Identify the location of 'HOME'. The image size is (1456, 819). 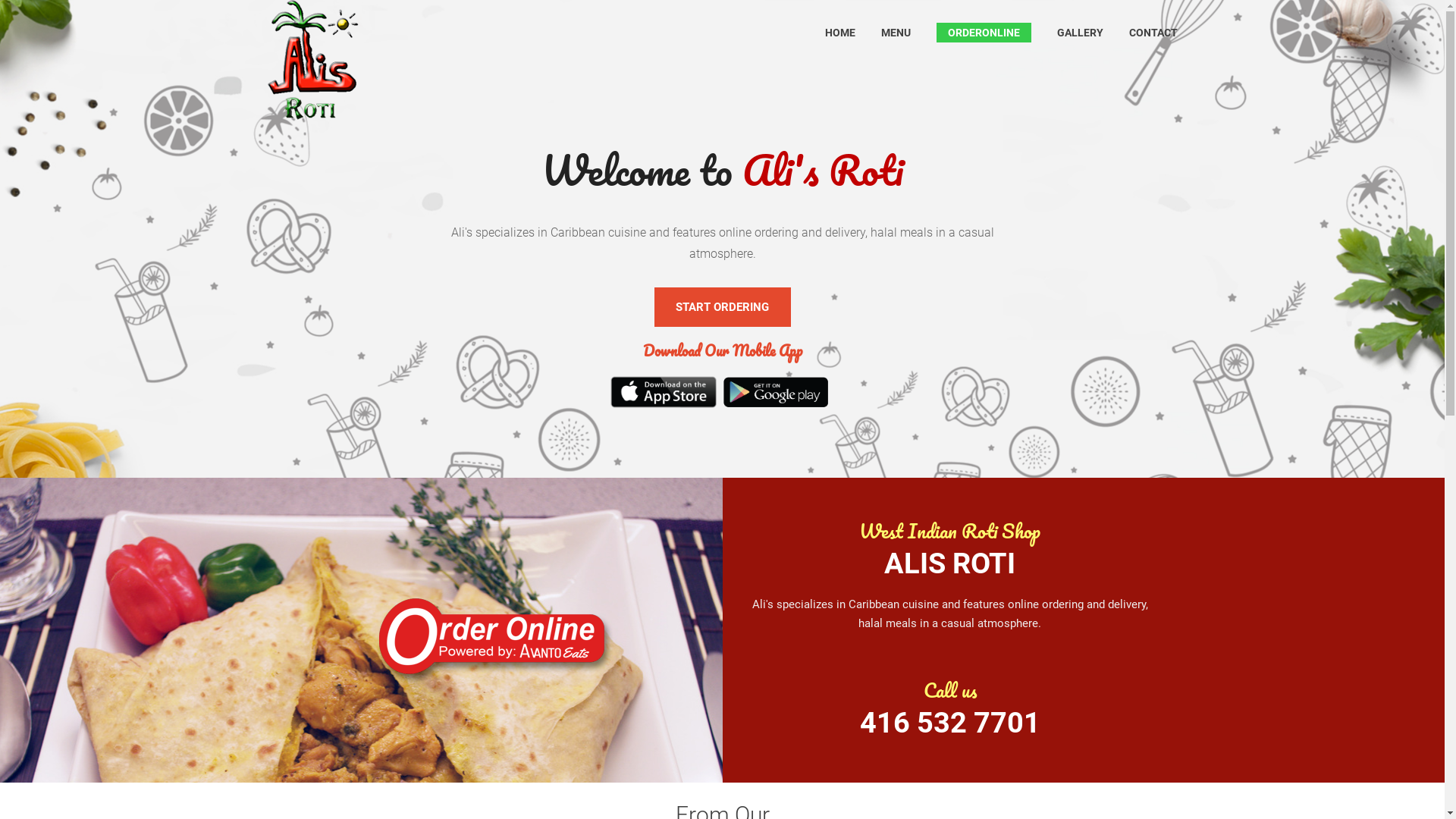
(824, 32).